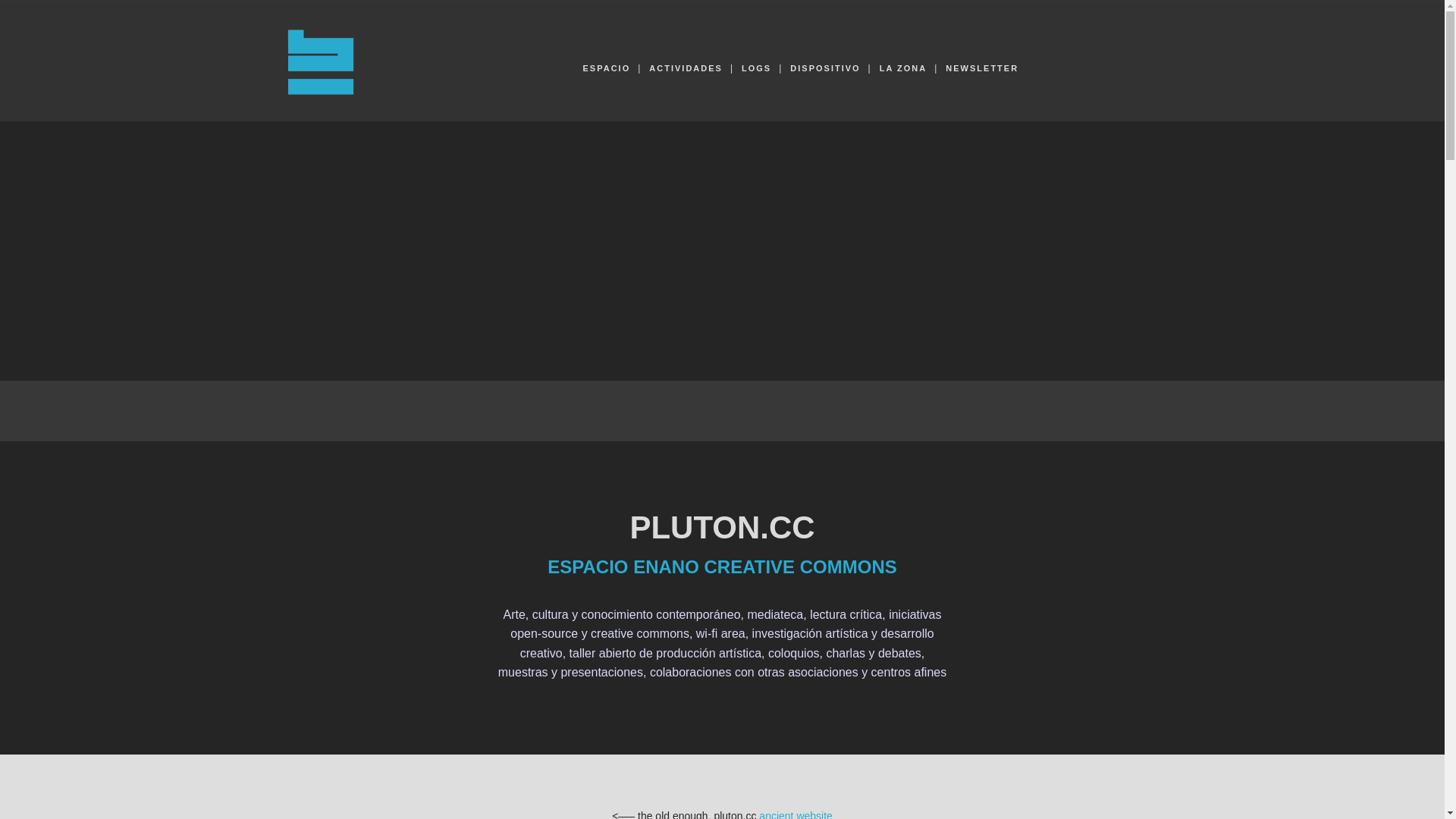  I want to click on 'DISPOSITIVO', so click(789, 67).